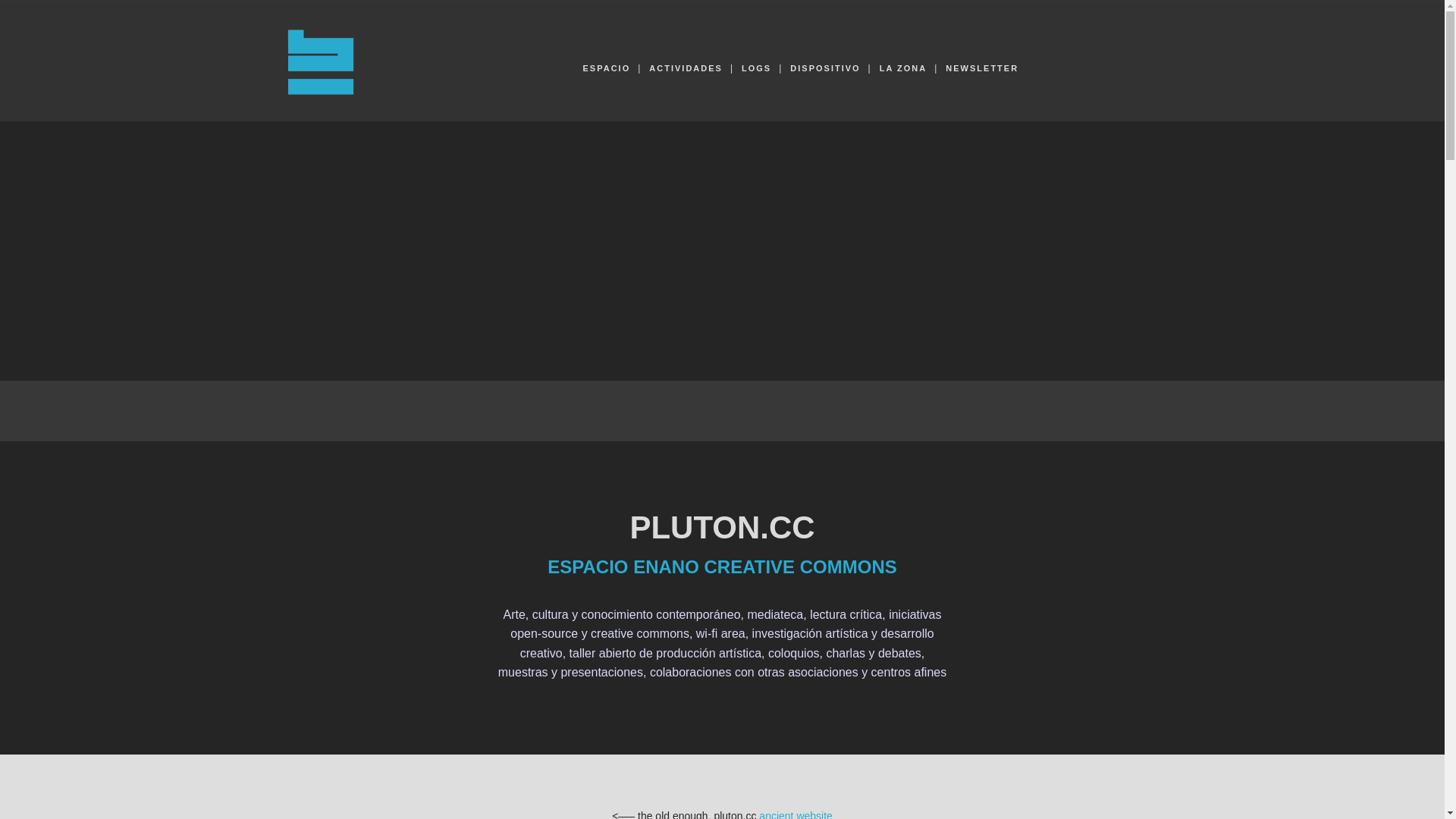  I want to click on 'DISPOSITIVO', so click(789, 67).